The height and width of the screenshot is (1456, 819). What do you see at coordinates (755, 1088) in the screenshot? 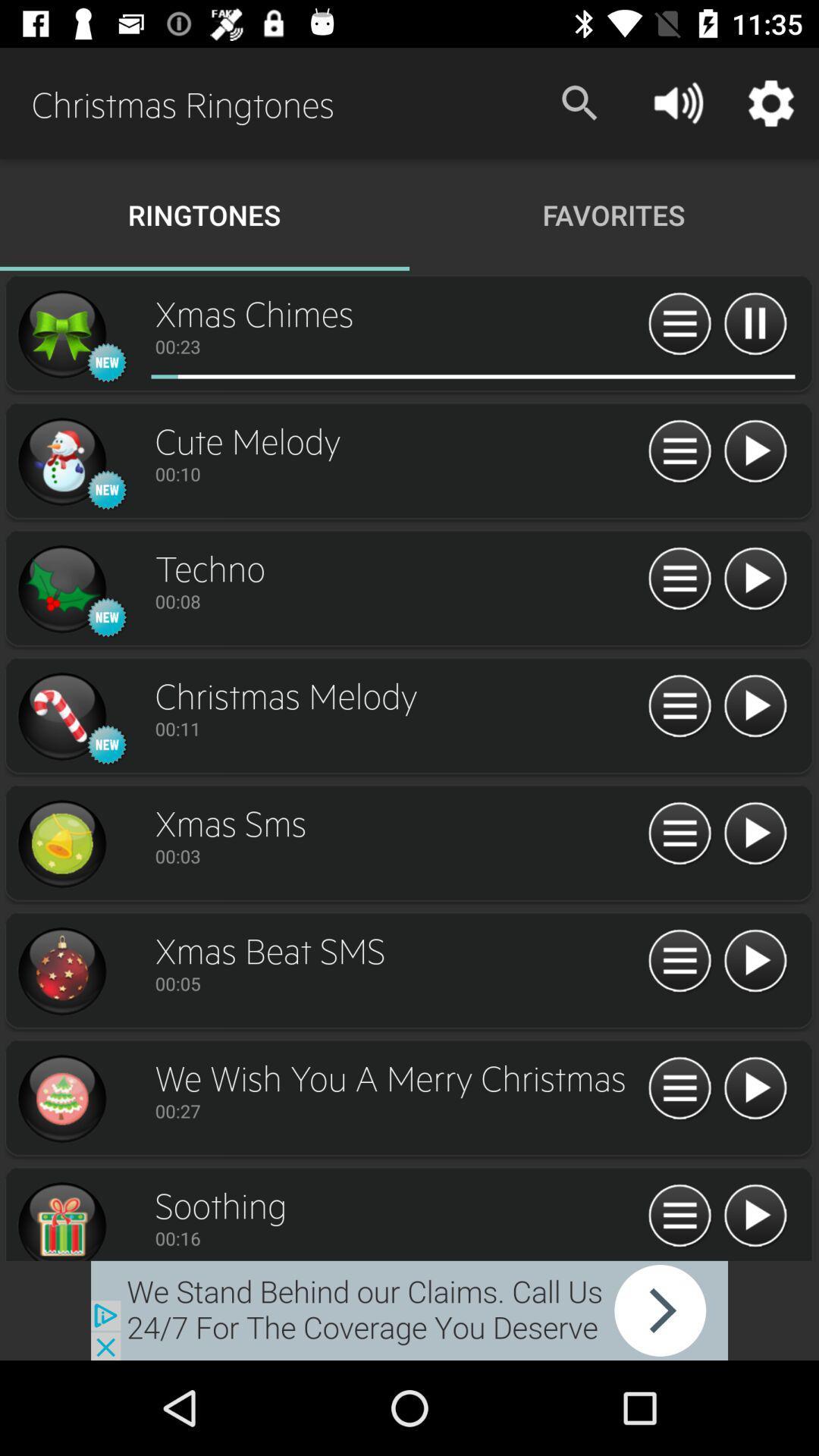
I see `next` at bounding box center [755, 1088].